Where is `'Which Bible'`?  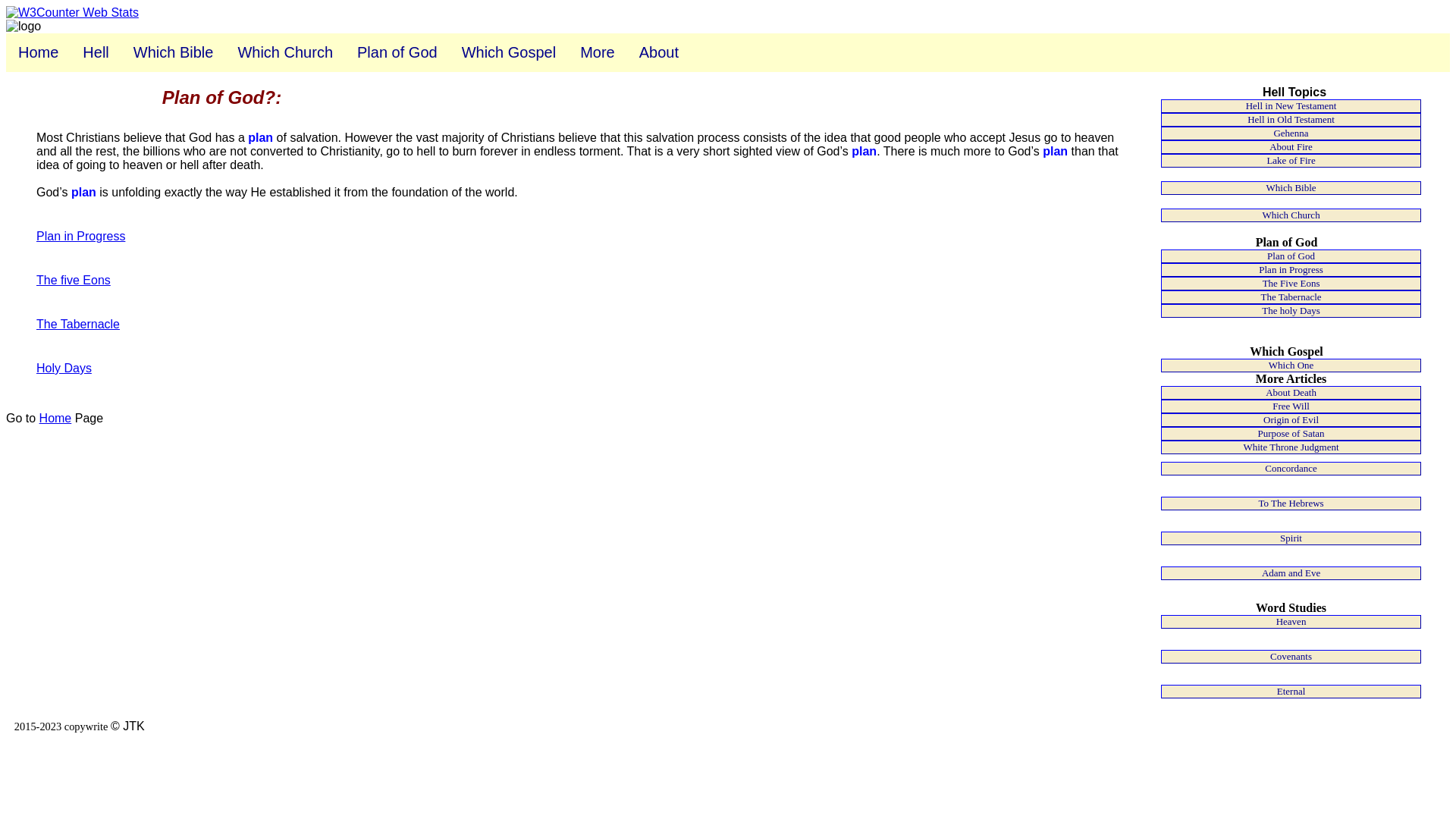
'Which Bible' is located at coordinates (174, 52).